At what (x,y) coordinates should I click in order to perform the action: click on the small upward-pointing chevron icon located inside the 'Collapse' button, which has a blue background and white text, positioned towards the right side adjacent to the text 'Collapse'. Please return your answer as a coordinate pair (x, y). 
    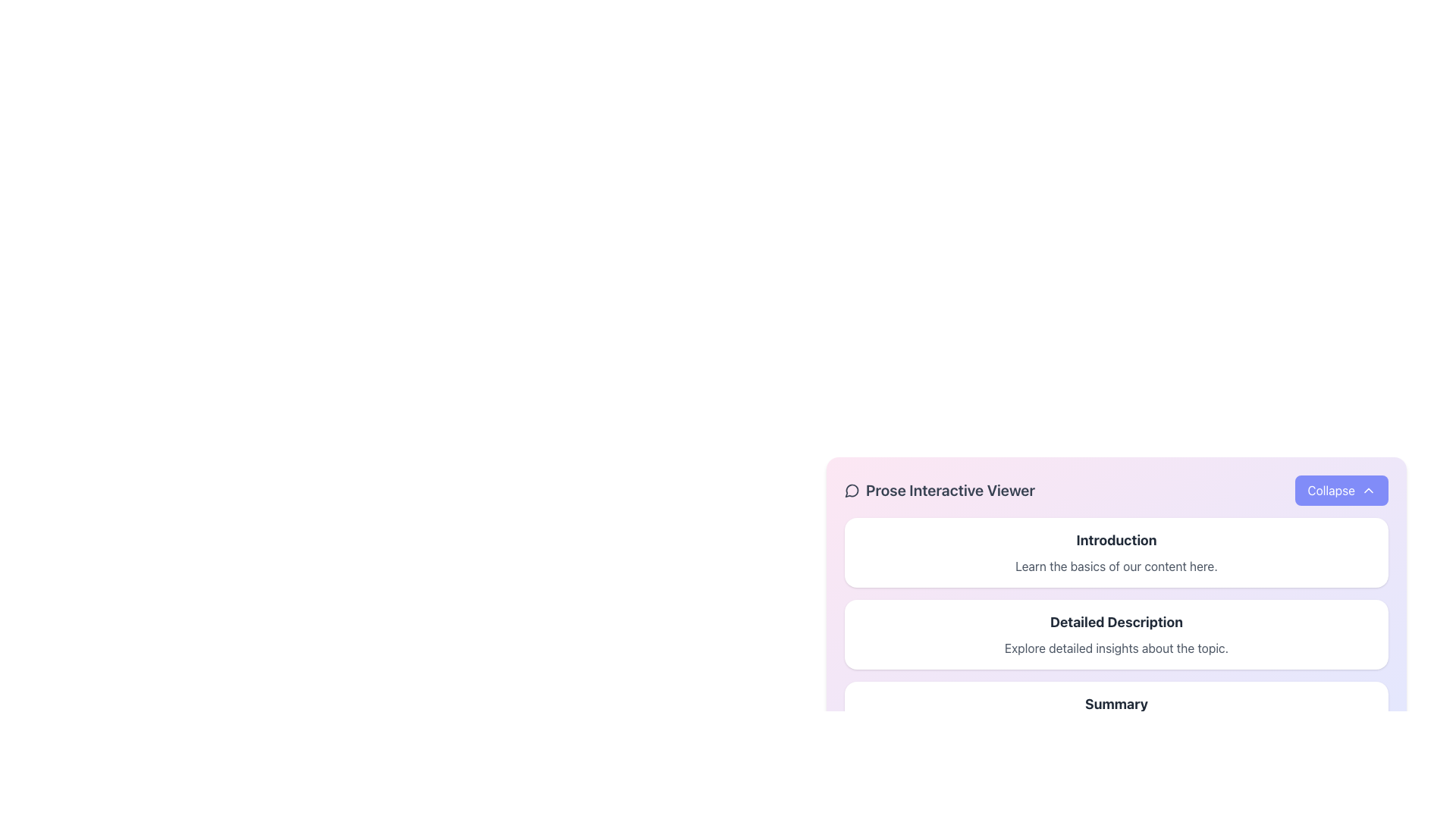
    Looking at the image, I should click on (1368, 491).